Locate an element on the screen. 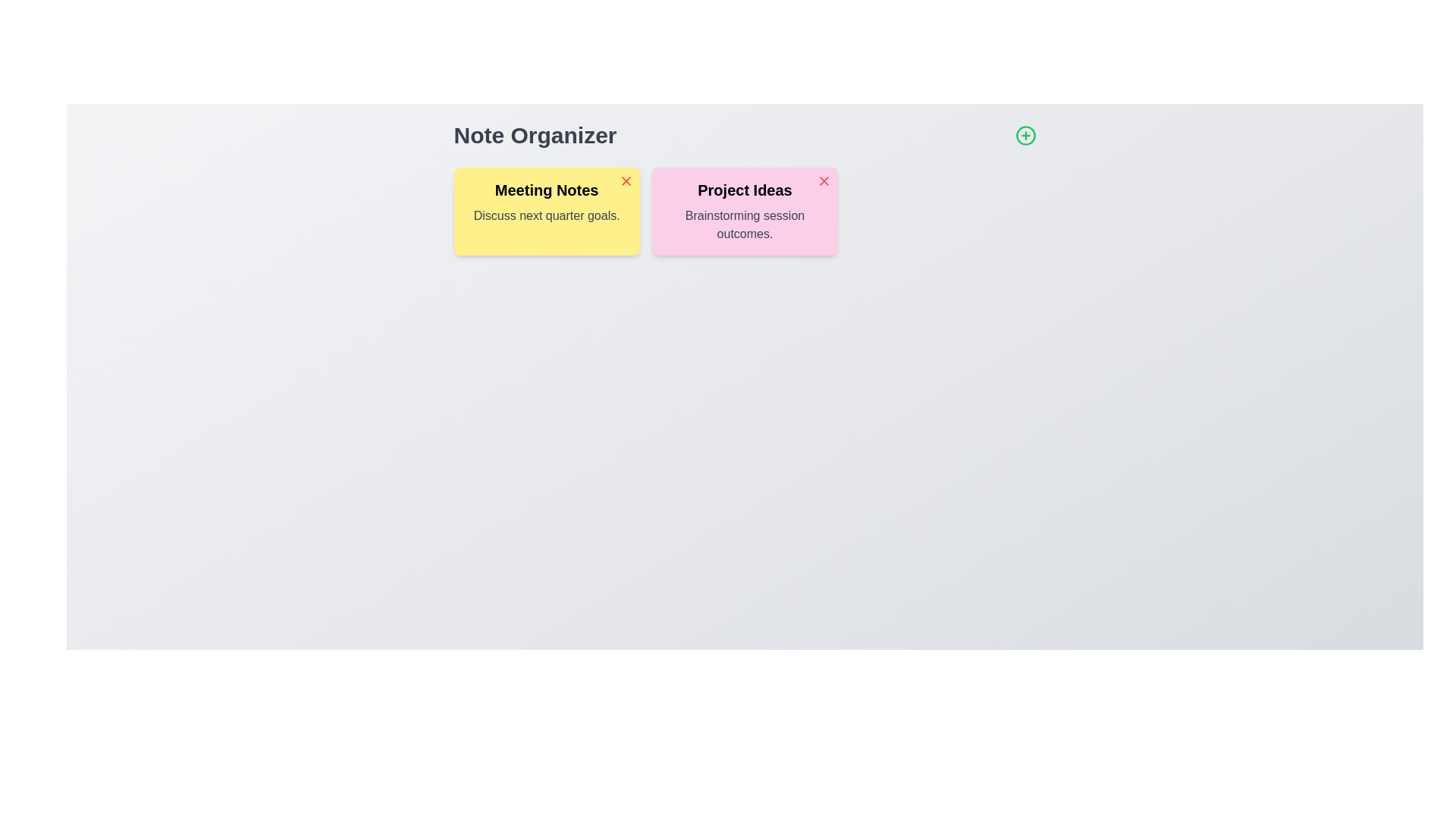  the Close button located in the top-right corner of the 'Meeting Notes' card is located at coordinates (626, 180).